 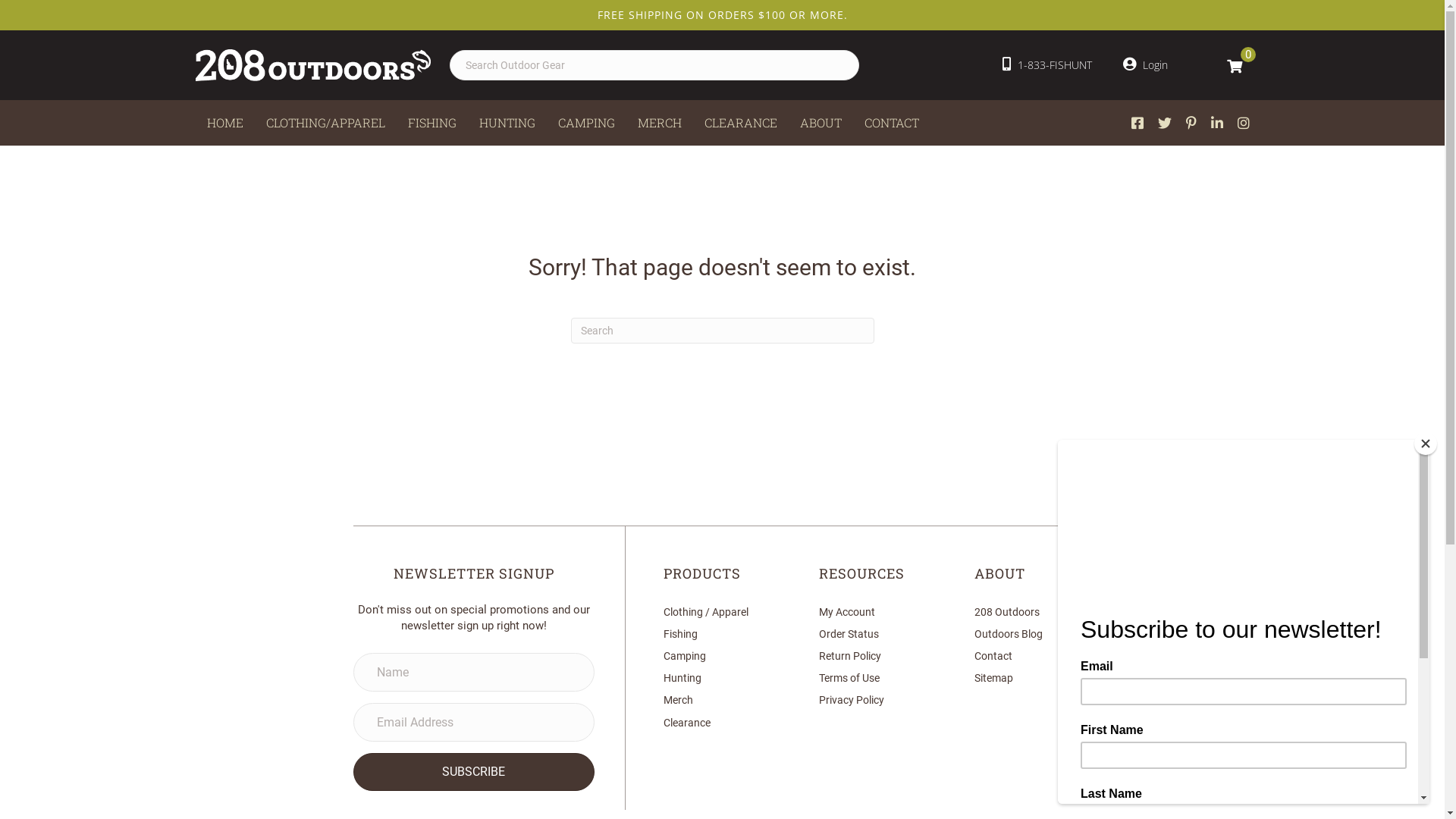 I want to click on 'Type and press Enter to search.', so click(x=720, y=329).